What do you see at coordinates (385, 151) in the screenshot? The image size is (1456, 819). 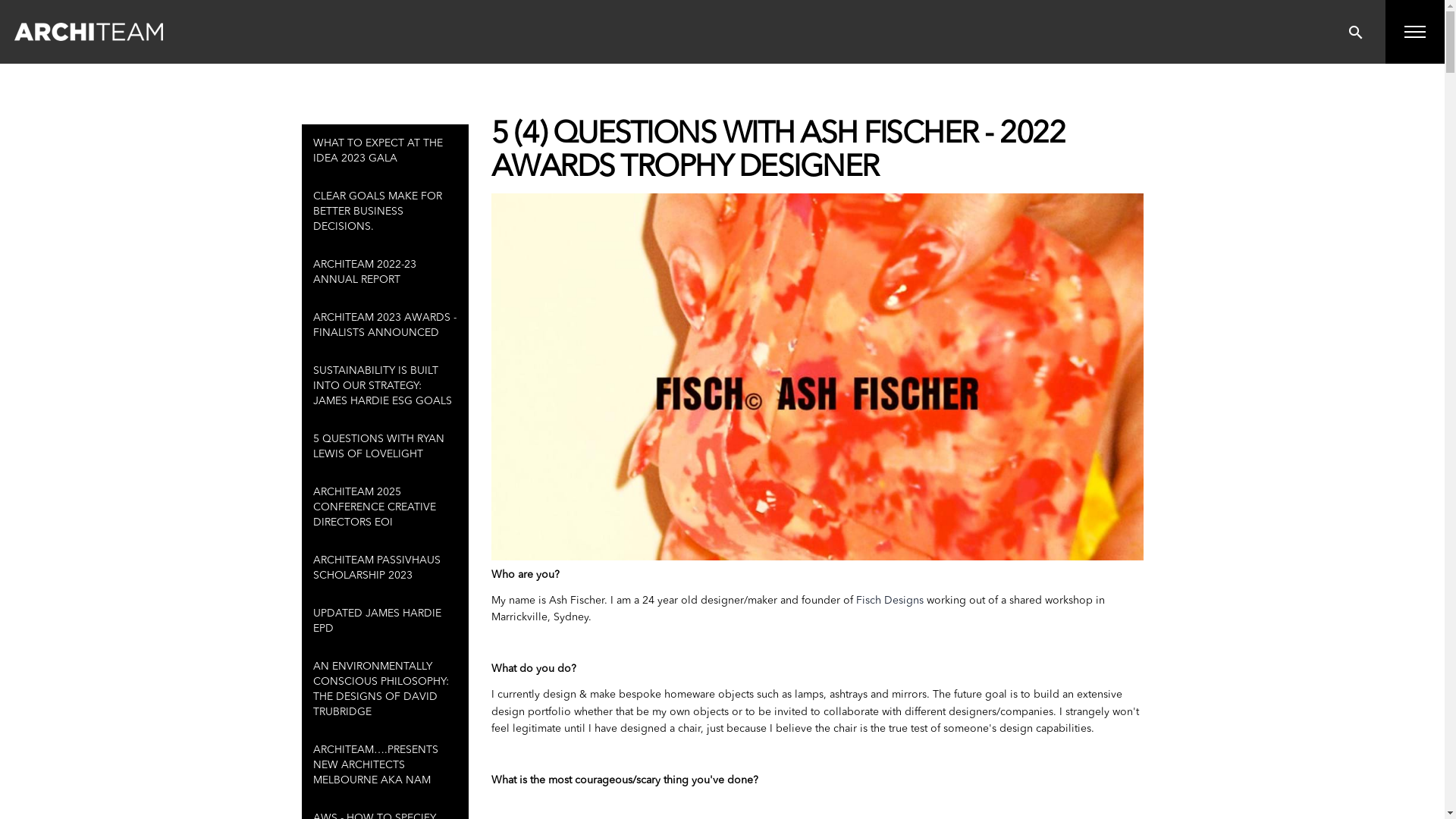 I see `'WHAT TO EXPECT AT THE IDEA 2023 GALA'` at bounding box center [385, 151].